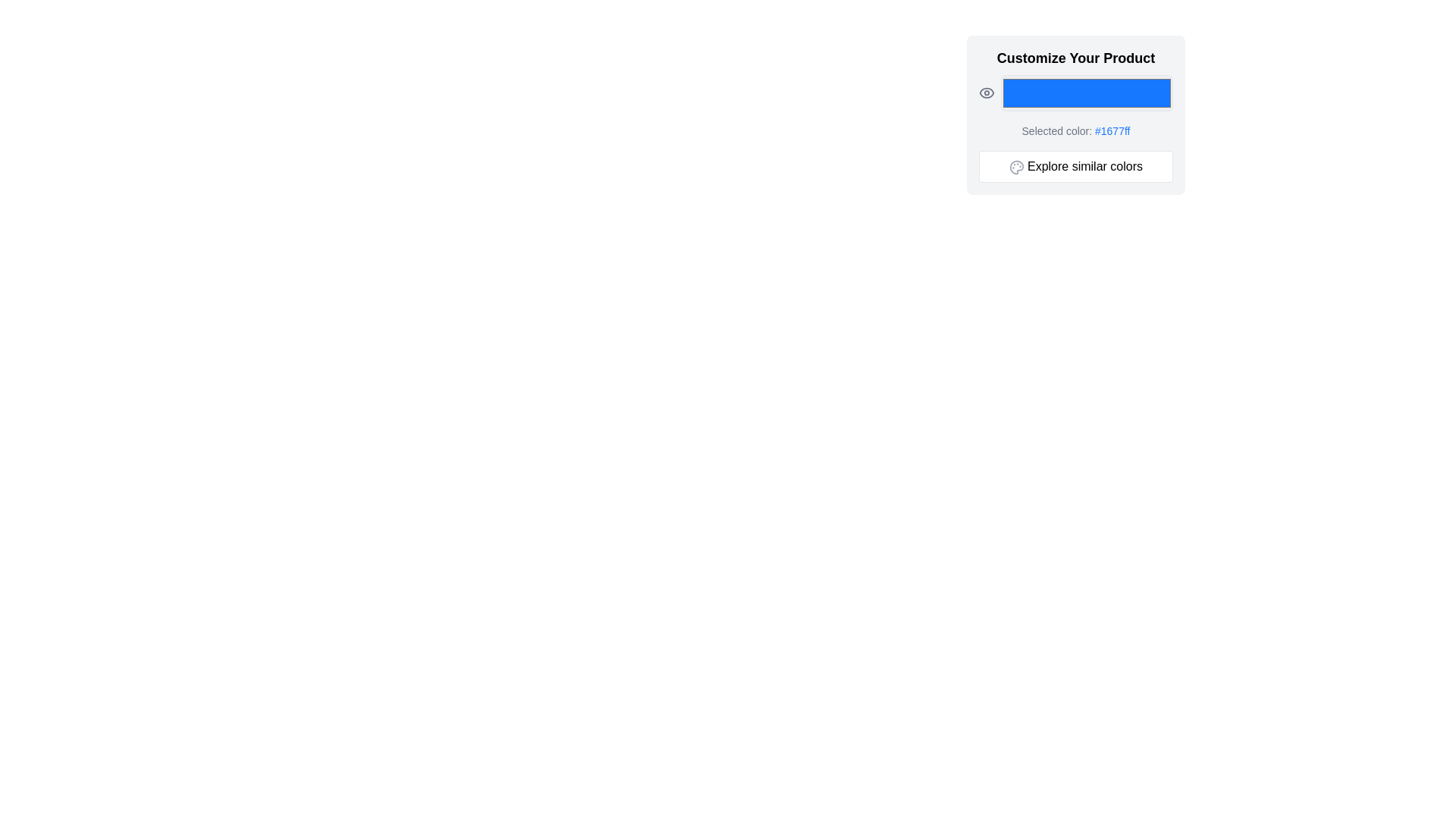 The height and width of the screenshot is (819, 1456). What do you see at coordinates (1086, 93) in the screenshot?
I see `the color input field with a blue fill, labeled as selected color #1677ff` at bounding box center [1086, 93].